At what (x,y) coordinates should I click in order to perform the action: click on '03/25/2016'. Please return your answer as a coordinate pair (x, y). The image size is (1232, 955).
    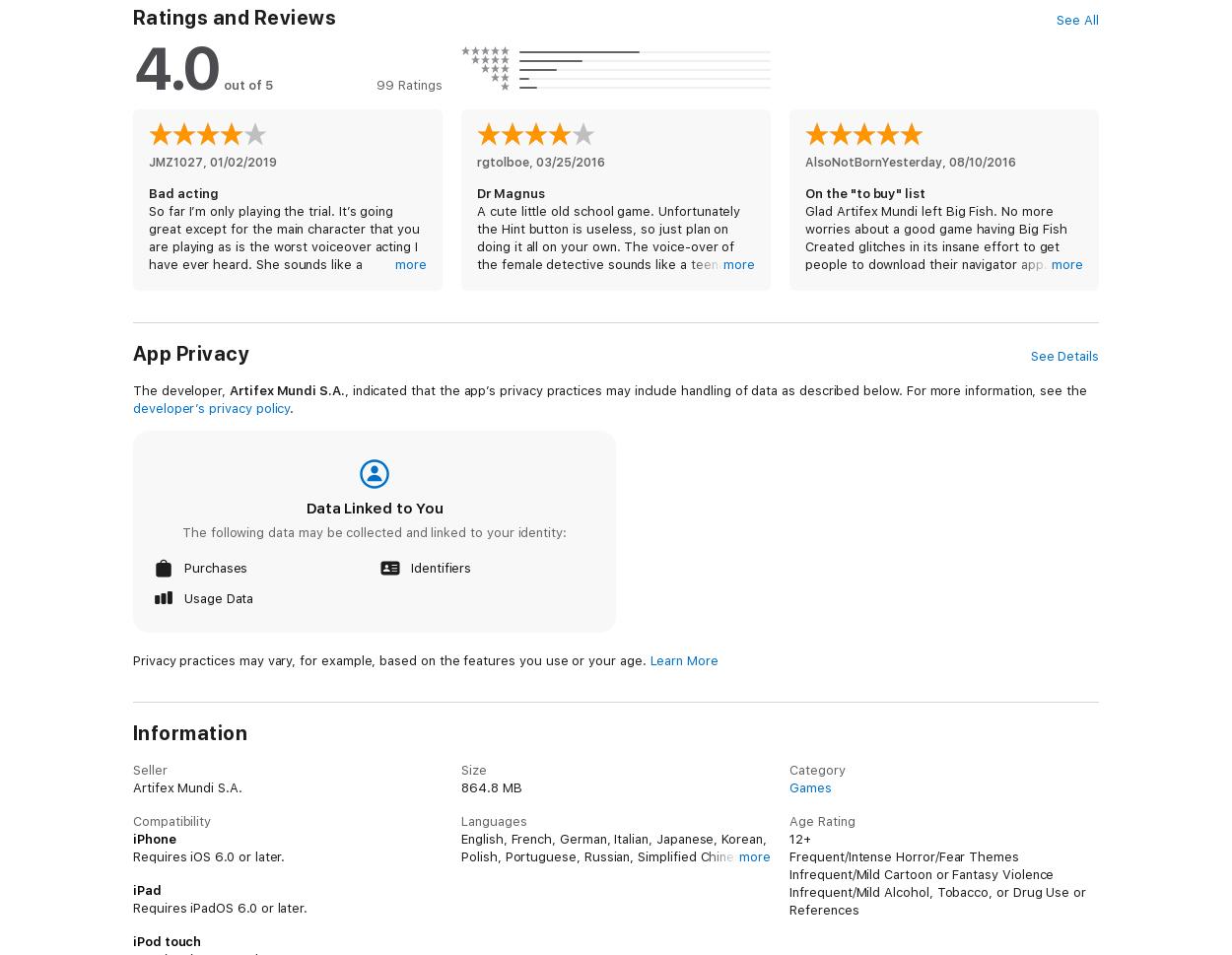
    Looking at the image, I should click on (570, 162).